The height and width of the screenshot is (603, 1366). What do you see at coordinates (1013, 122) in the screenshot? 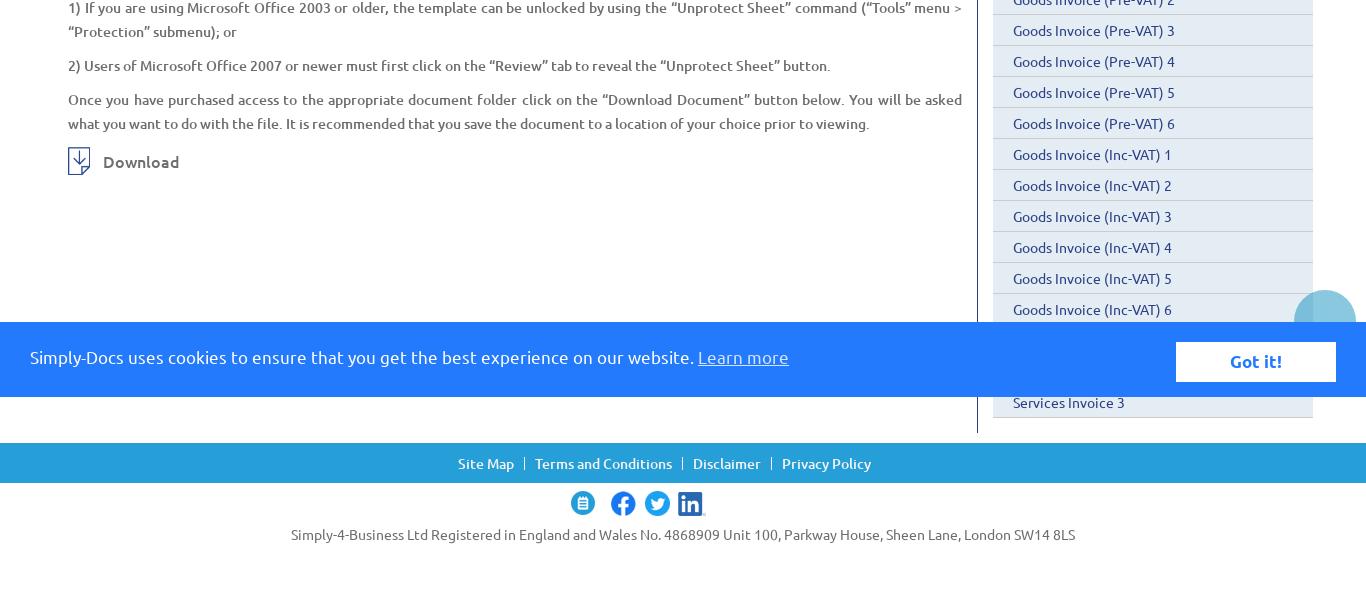
I see `'Goods Invoice (Pre-VAT) 6'` at bounding box center [1013, 122].